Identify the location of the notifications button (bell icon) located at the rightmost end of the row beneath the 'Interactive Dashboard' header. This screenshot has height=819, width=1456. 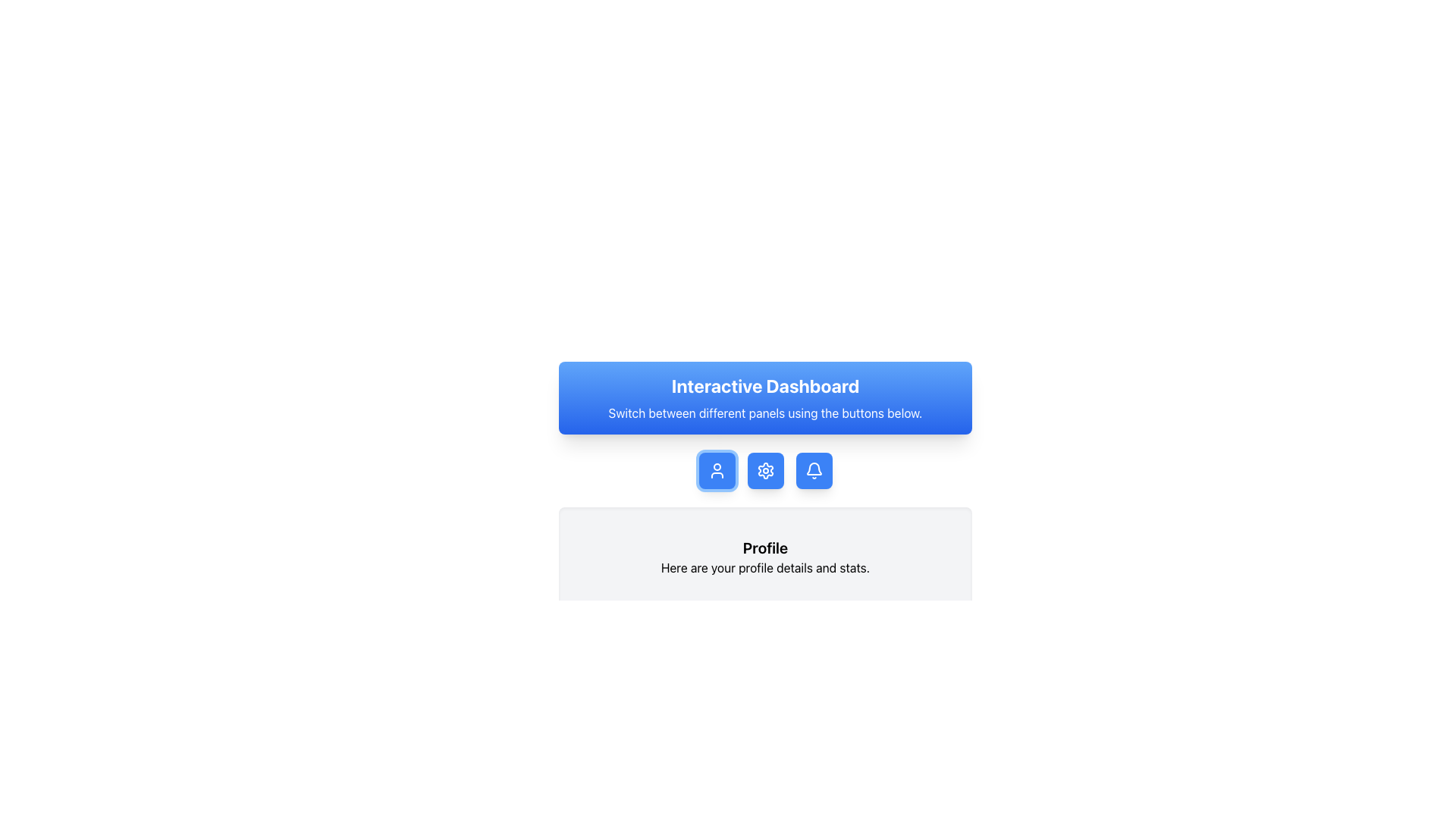
(813, 470).